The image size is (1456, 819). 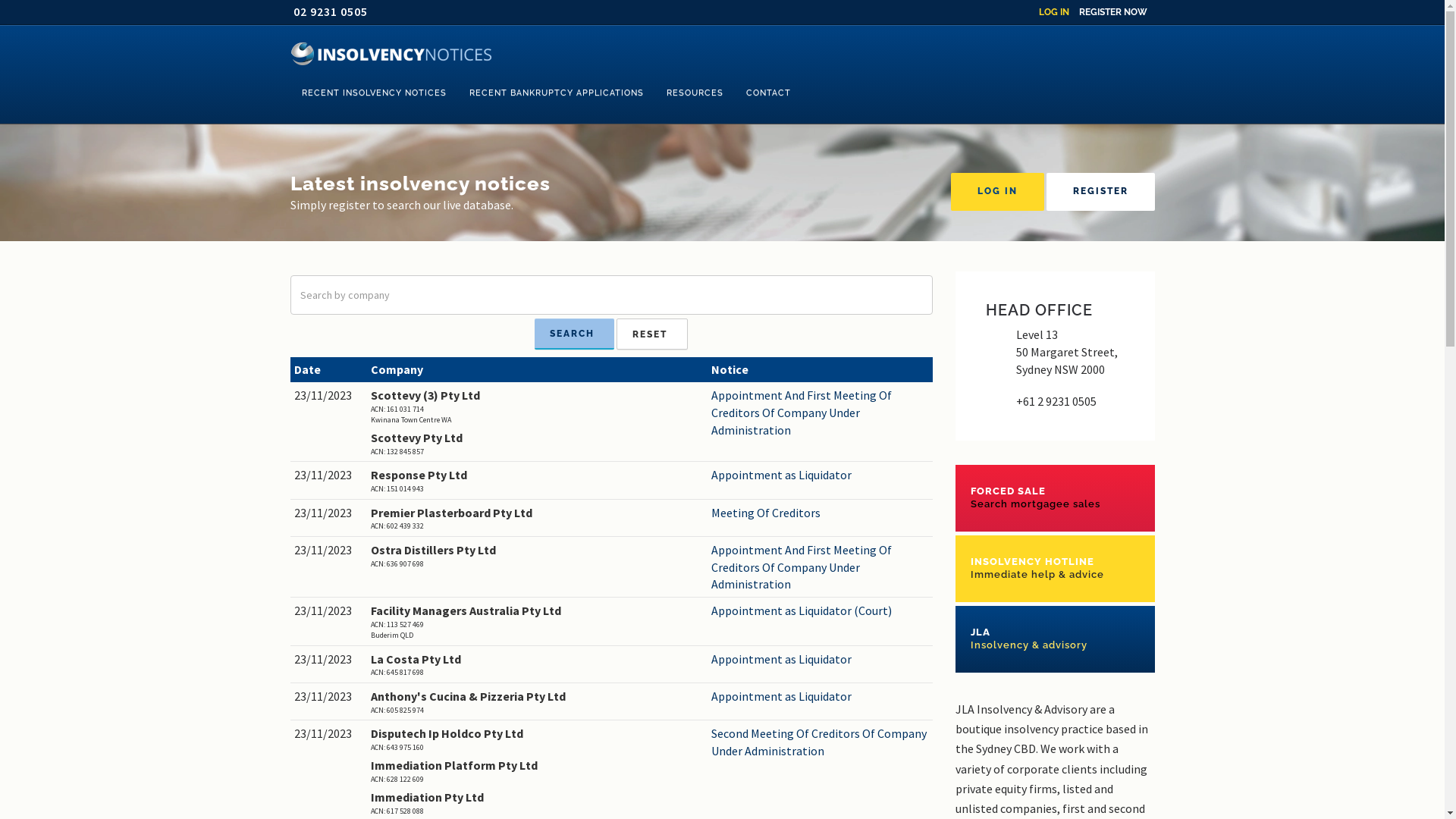 I want to click on 'La Costa Pty Ltd, so click(x=537, y=664).